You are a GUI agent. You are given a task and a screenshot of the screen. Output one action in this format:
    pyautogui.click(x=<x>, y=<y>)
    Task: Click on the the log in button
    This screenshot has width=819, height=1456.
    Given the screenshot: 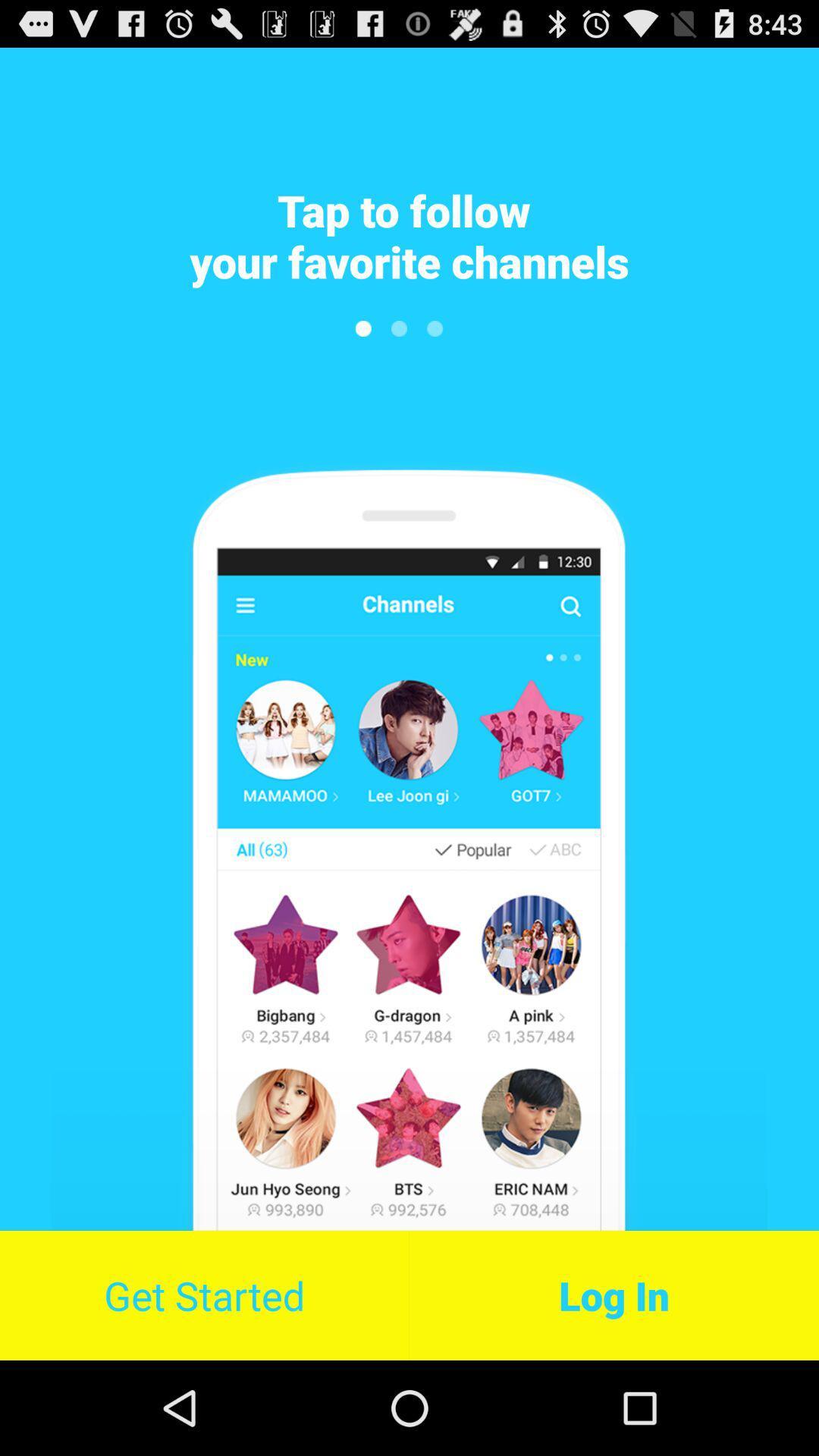 What is the action you would take?
    pyautogui.click(x=614, y=1294)
    